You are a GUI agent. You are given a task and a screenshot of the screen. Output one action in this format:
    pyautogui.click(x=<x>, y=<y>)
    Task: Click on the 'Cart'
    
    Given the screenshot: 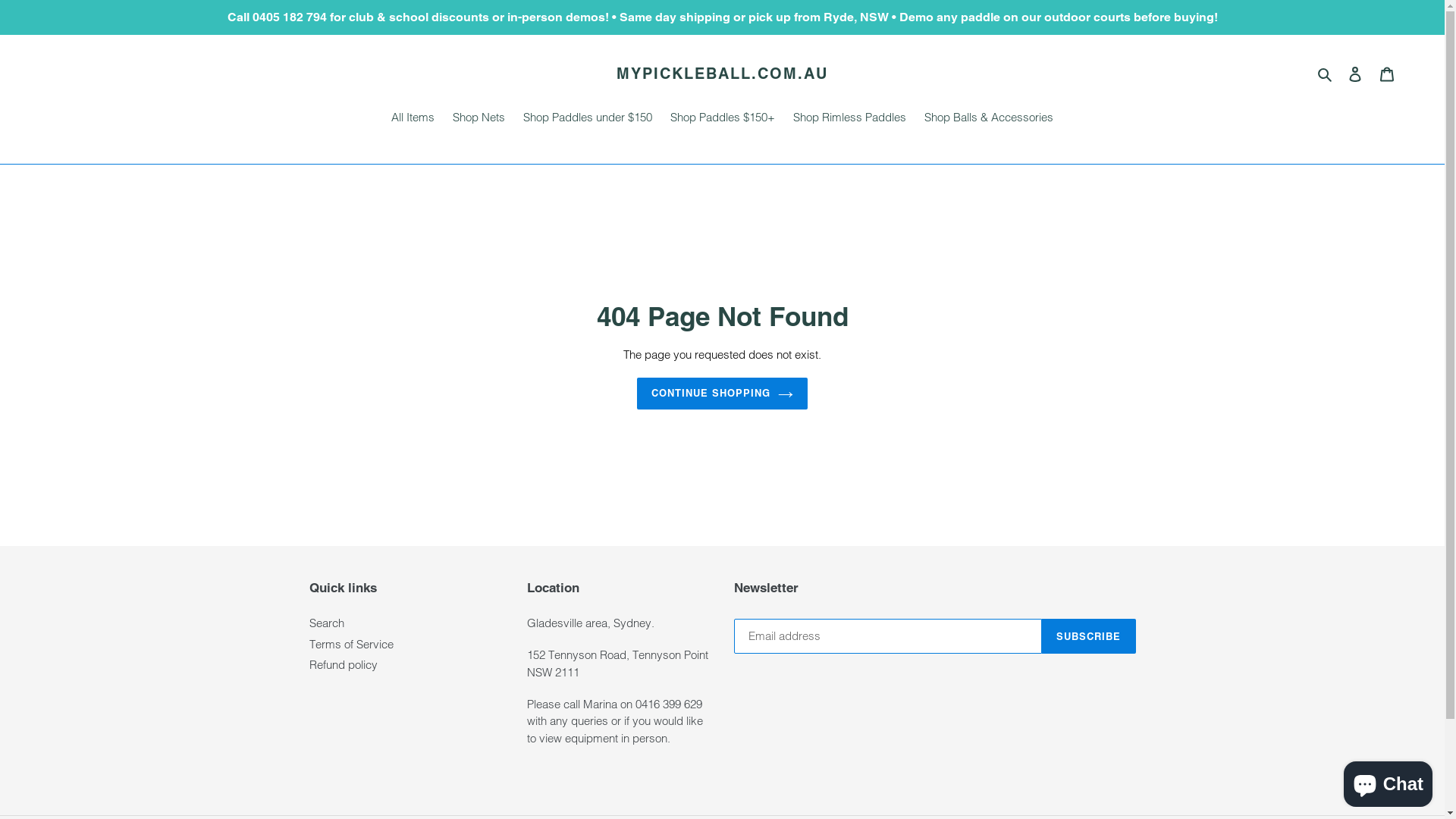 What is the action you would take?
    pyautogui.click(x=1386, y=74)
    